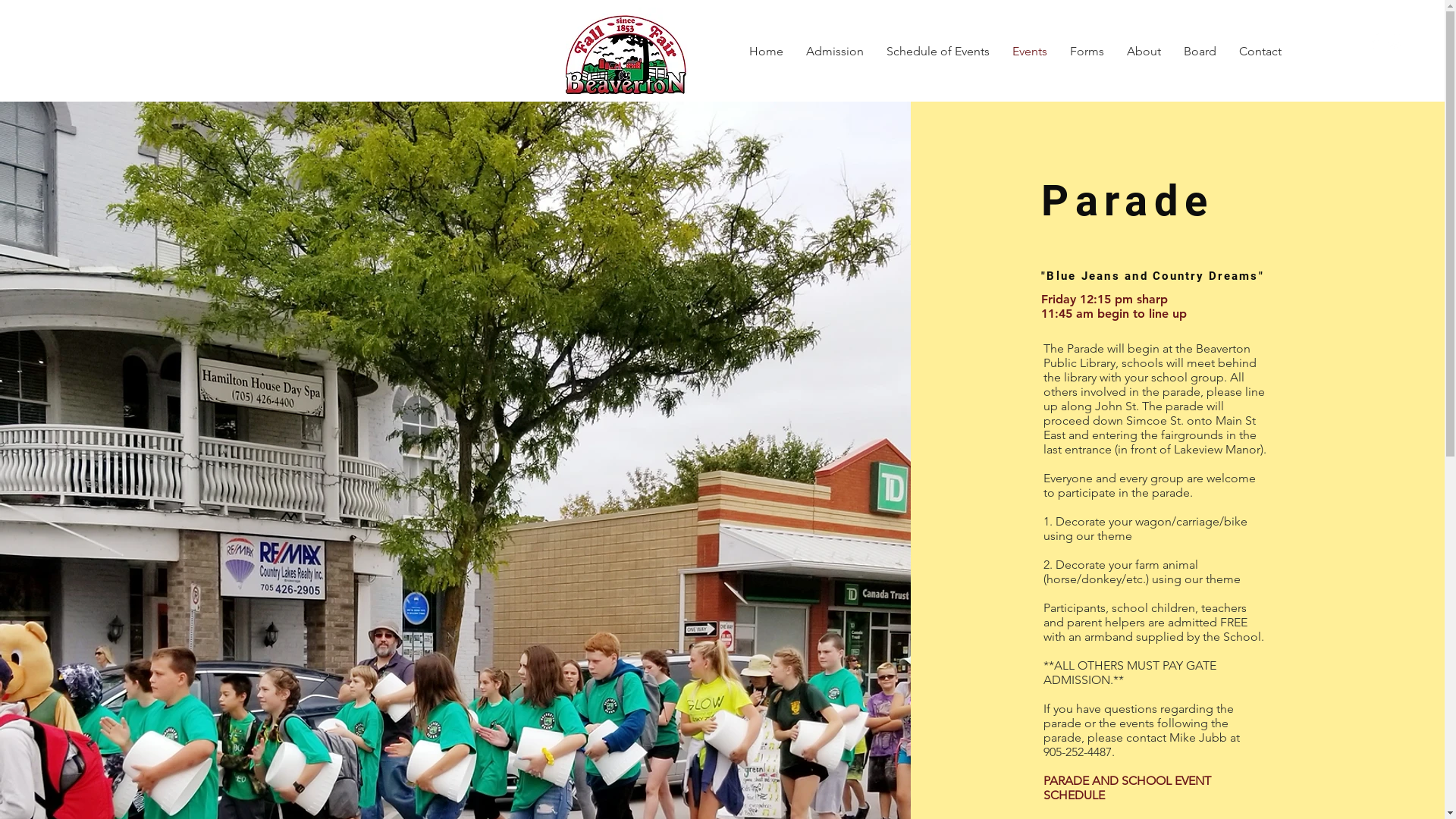  I want to click on 'Contact', so click(1260, 51).